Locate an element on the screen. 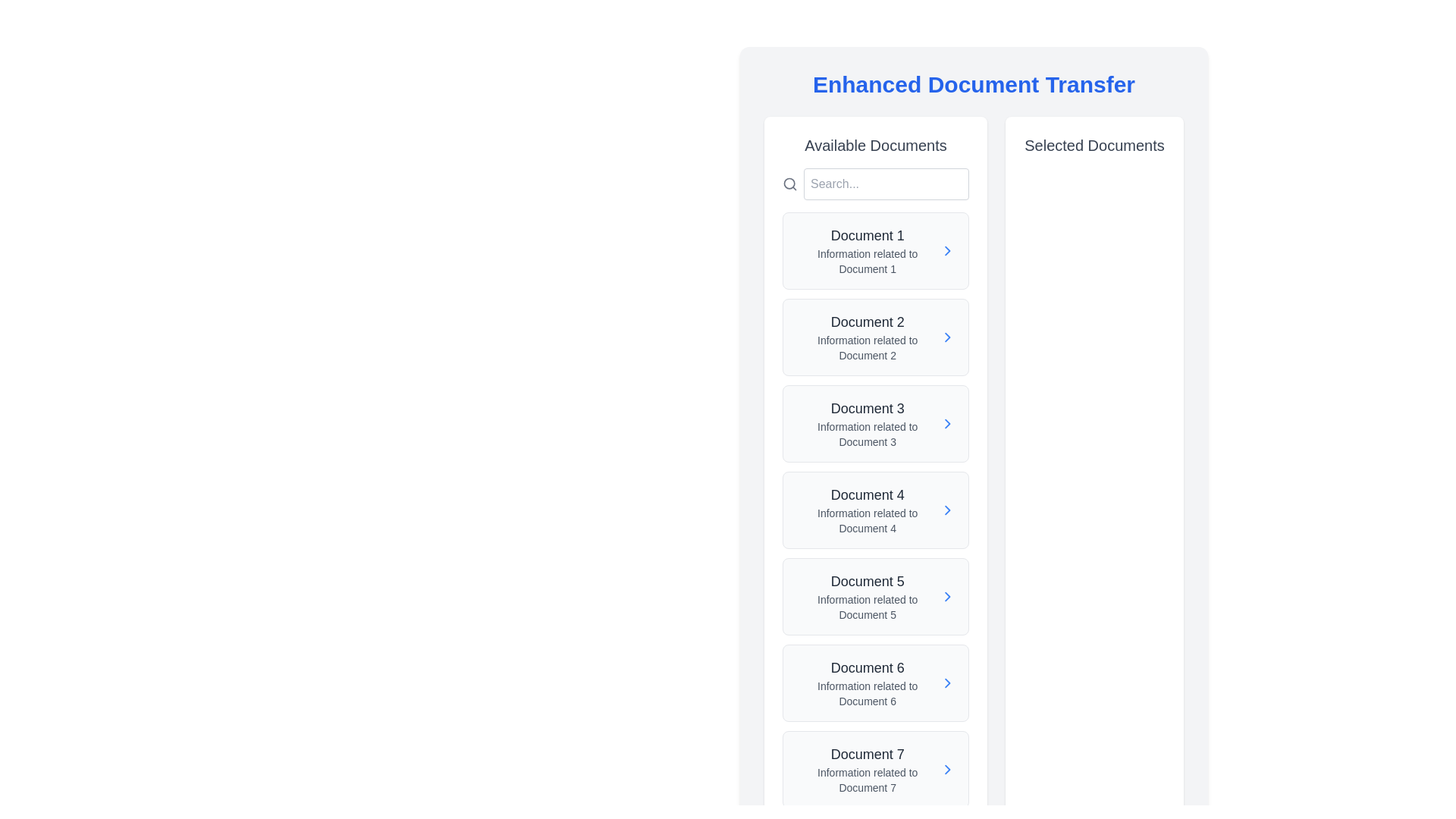  the rightward-pointing chevron icon adjacent to 'Document 1' in the 'Available Documents' list is located at coordinates (947, 250).